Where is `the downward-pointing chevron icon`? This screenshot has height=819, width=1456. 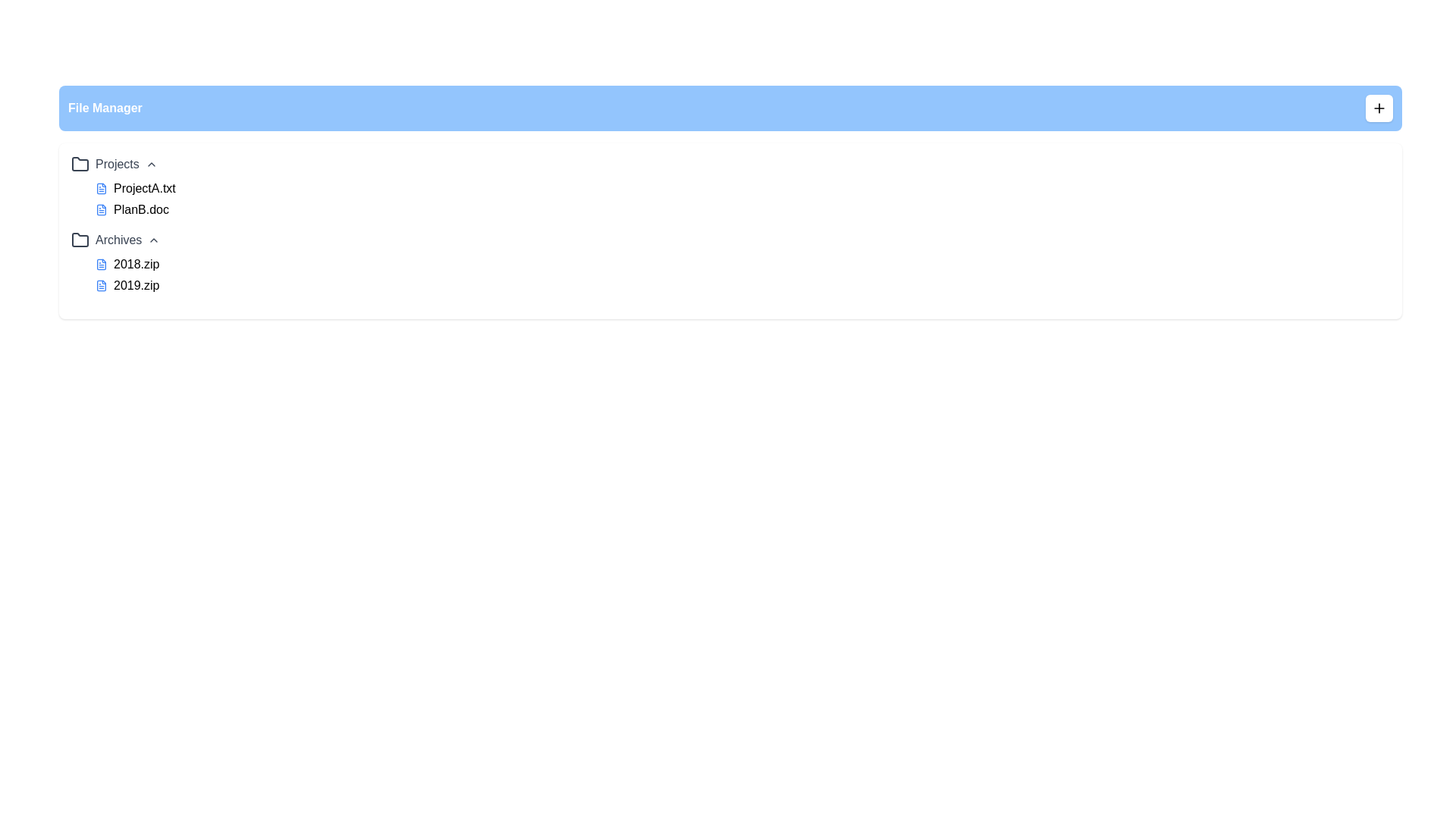
the downward-pointing chevron icon is located at coordinates (151, 164).